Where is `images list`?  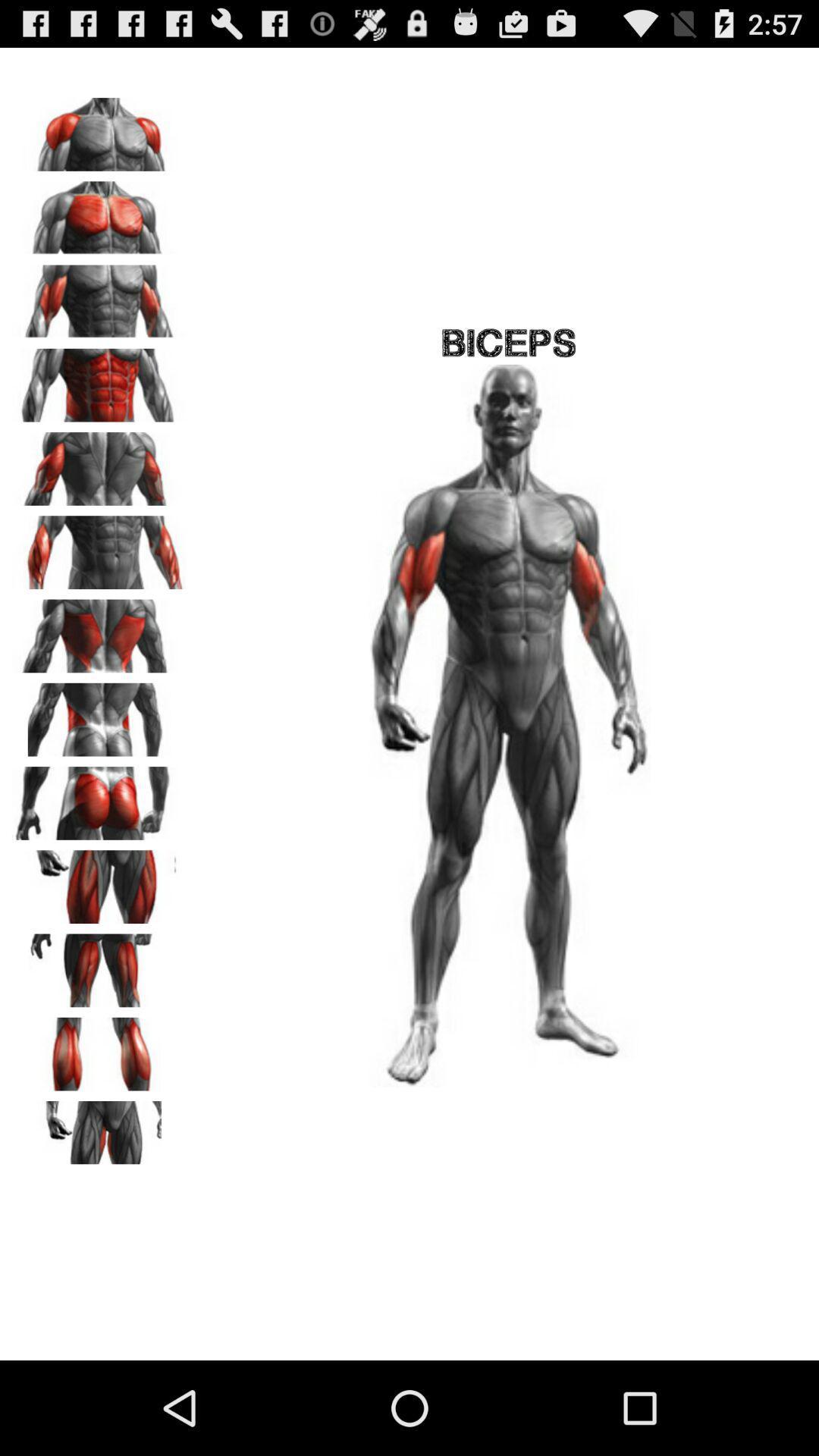 images list is located at coordinates (99, 631).